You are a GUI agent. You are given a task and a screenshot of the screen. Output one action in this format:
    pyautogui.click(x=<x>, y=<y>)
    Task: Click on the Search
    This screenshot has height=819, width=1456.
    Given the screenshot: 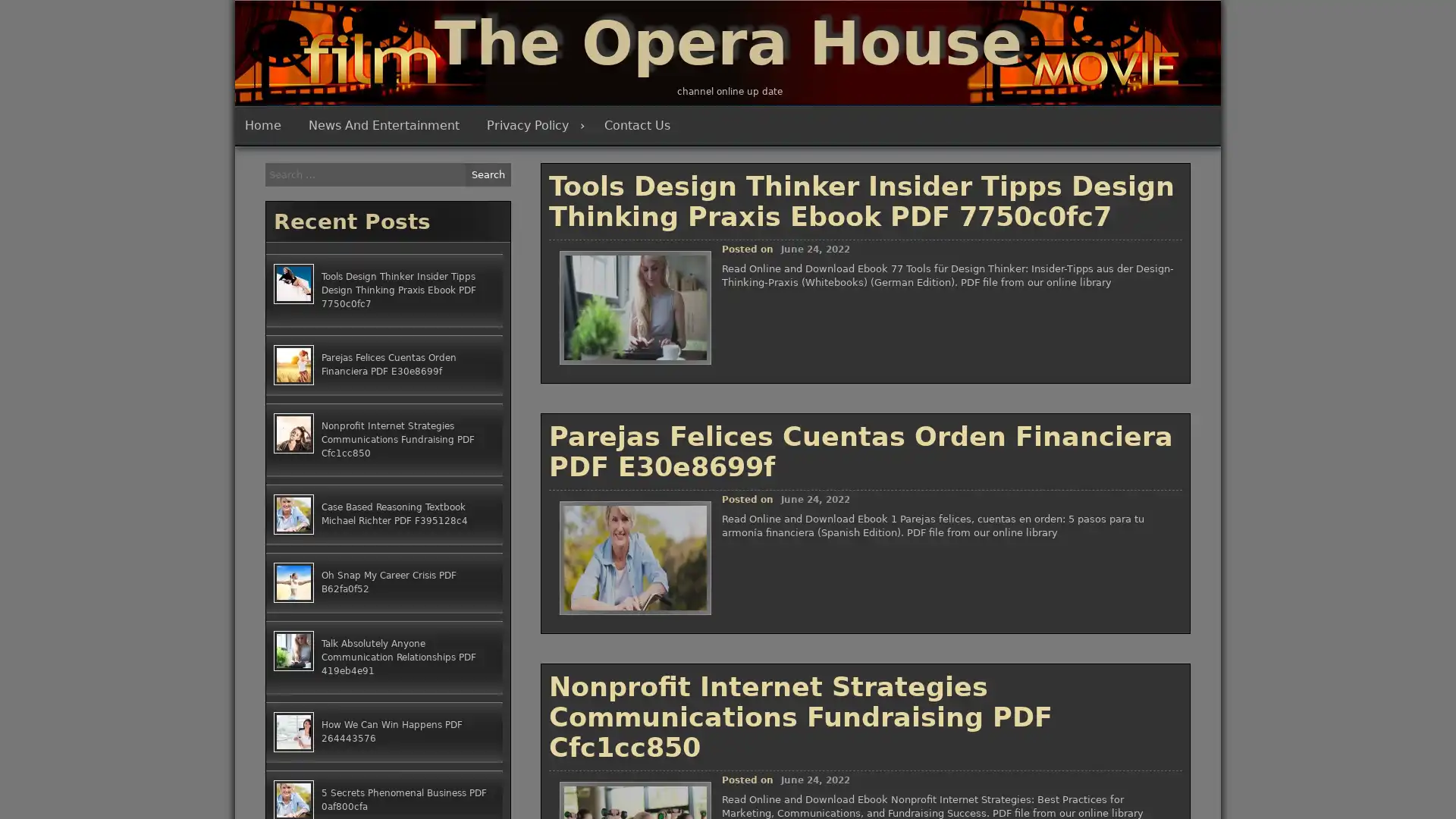 What is the action you would take?
    pyautogui.click(x=488, y=174)
    